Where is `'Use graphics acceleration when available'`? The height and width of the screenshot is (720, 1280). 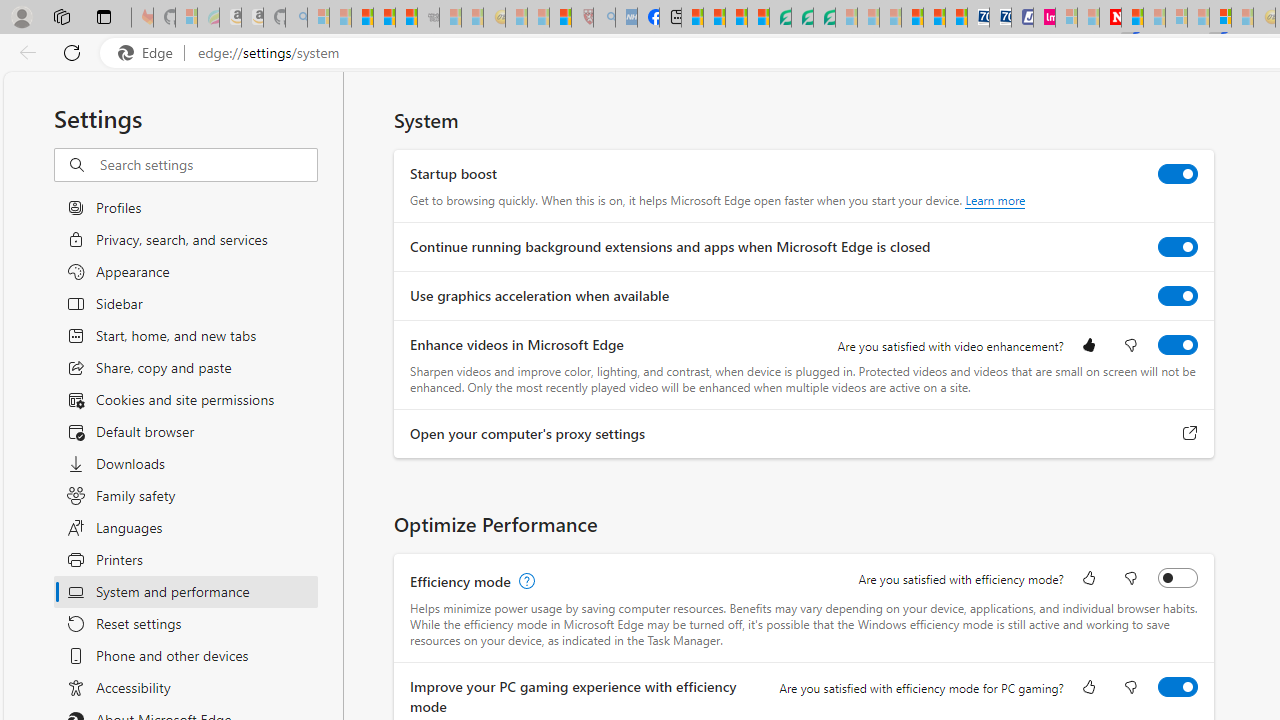
'Use graphics acceleration when available' is located at coordinates (1178, 295).